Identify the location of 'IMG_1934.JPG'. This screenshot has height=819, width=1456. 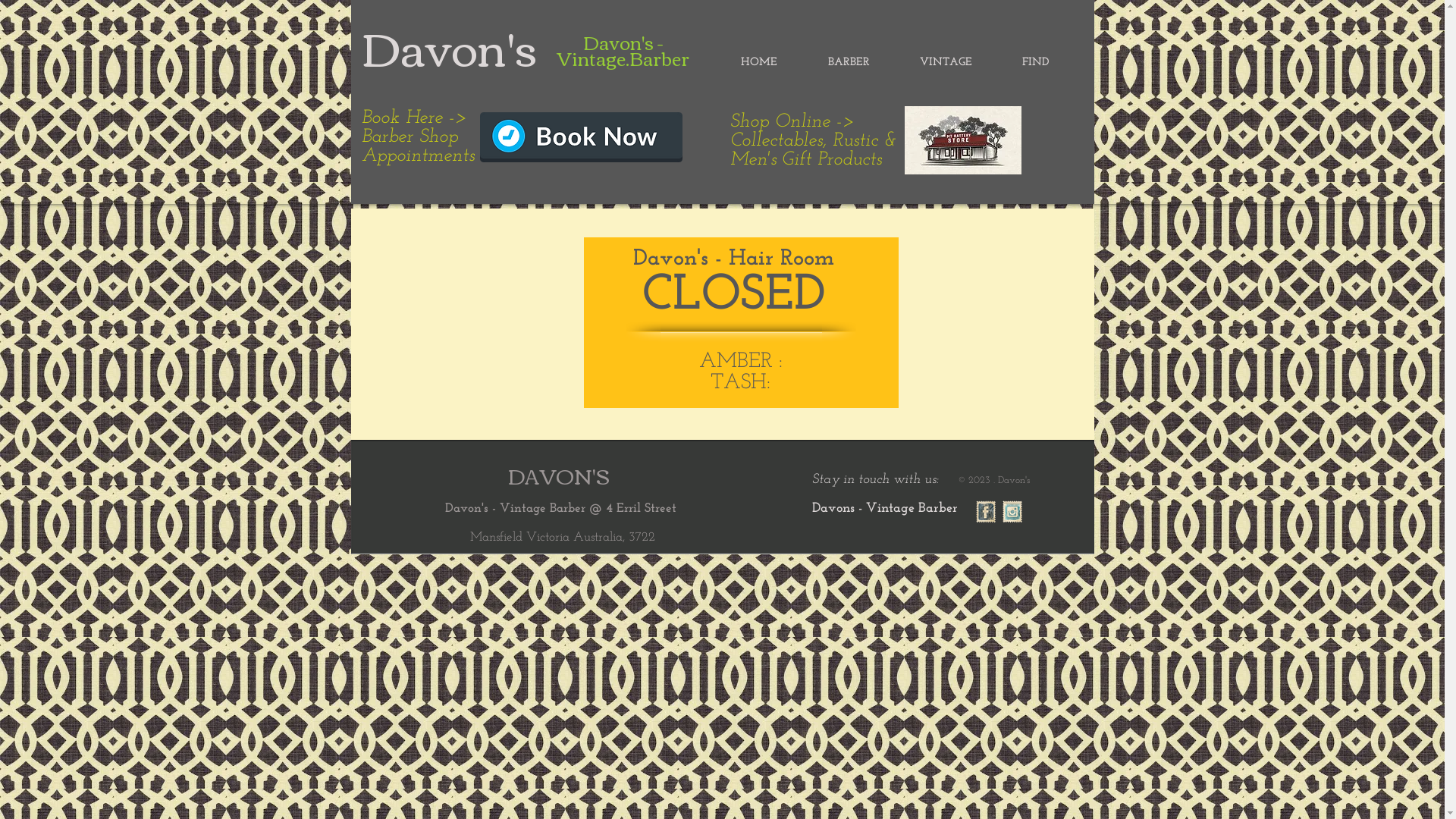
(961, 140).